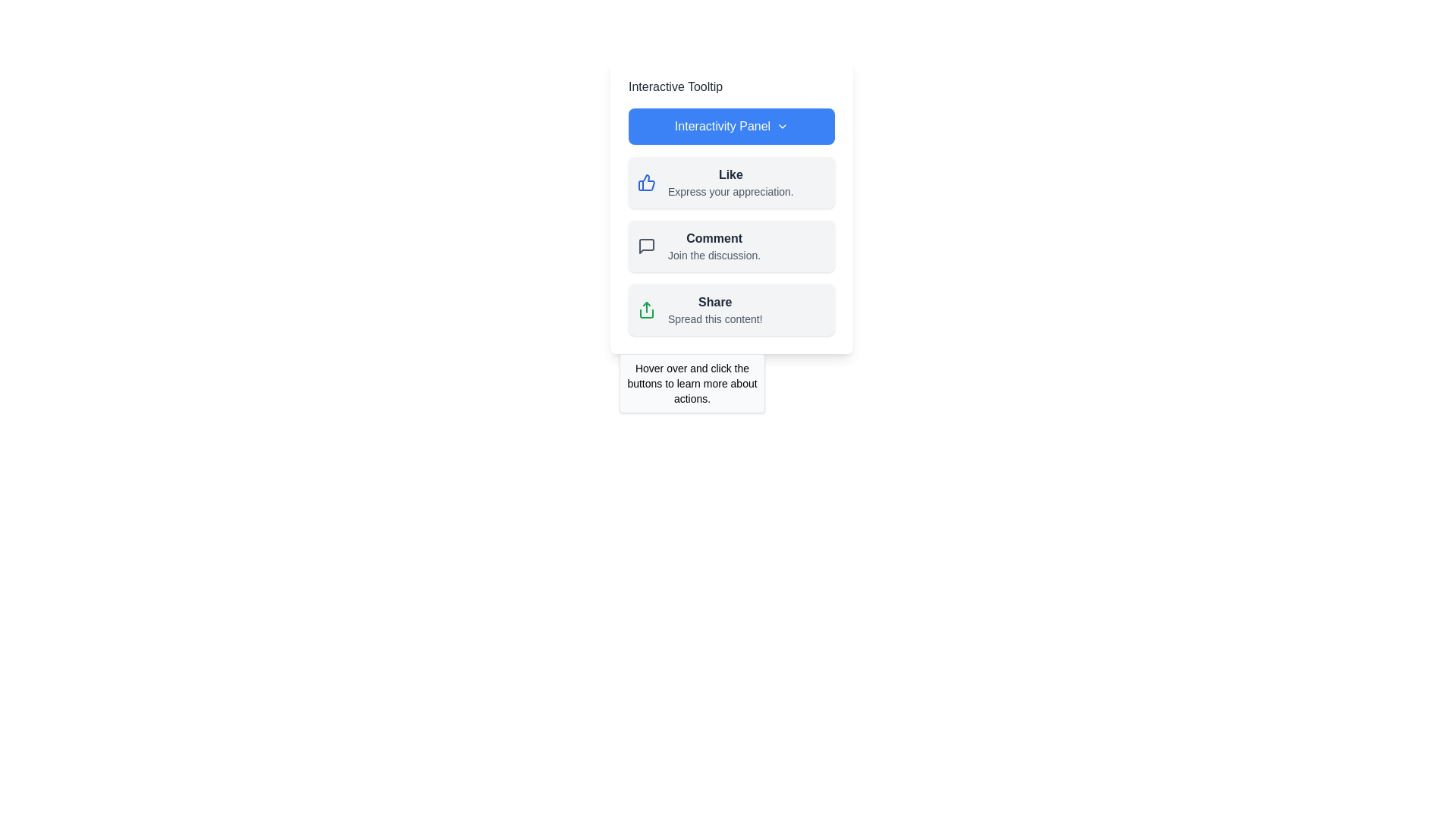 This screenshot has height=819, width=1456. I want to click on the 'Comment' SVG icon, which resembles a speech bubble or message square, located in the middle row of the vertical stack of icons in the interactive tooltip panel, so click(647, 245).